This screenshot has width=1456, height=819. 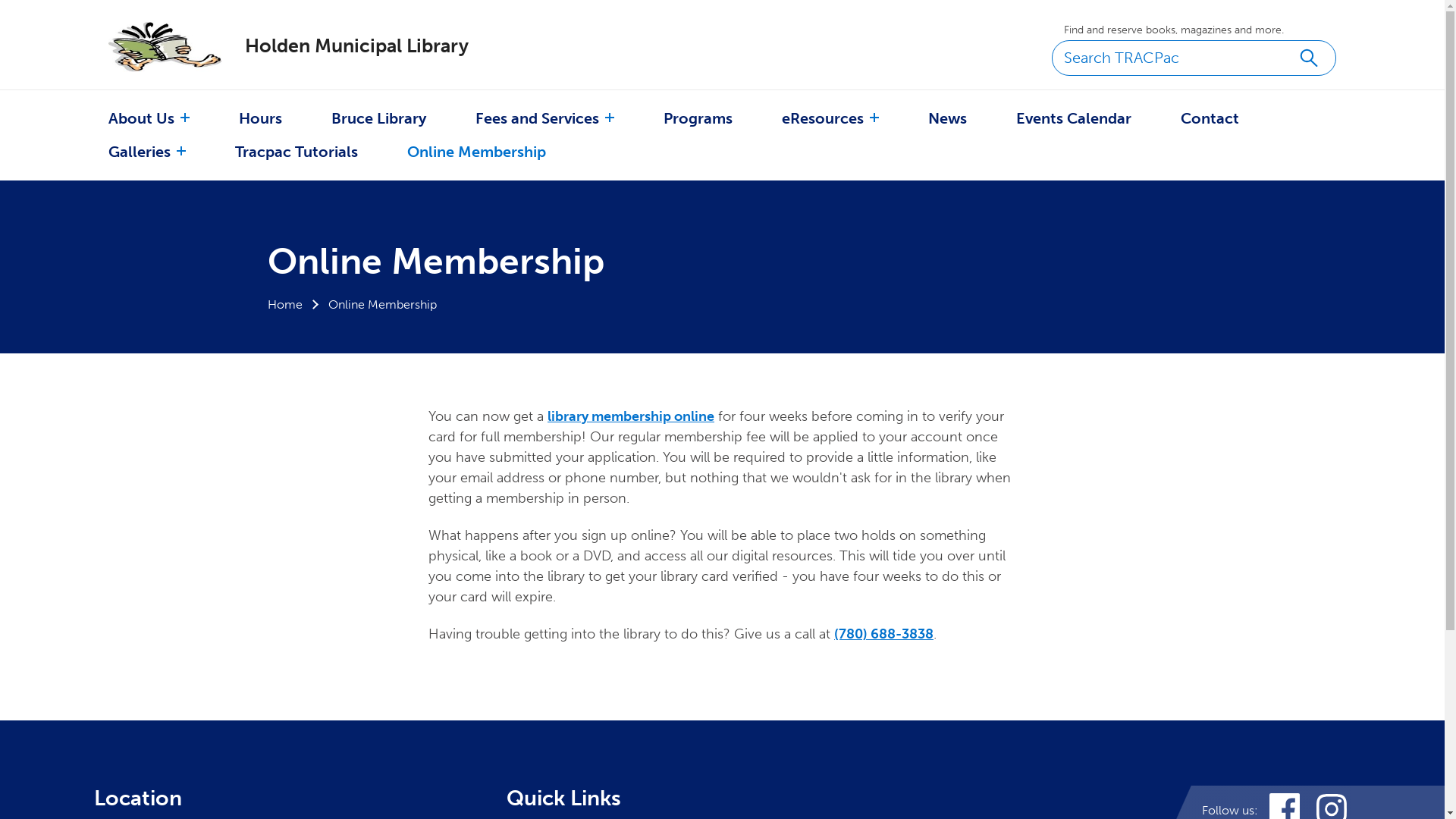 I want to click on 'News', so click(x=927, y=117).